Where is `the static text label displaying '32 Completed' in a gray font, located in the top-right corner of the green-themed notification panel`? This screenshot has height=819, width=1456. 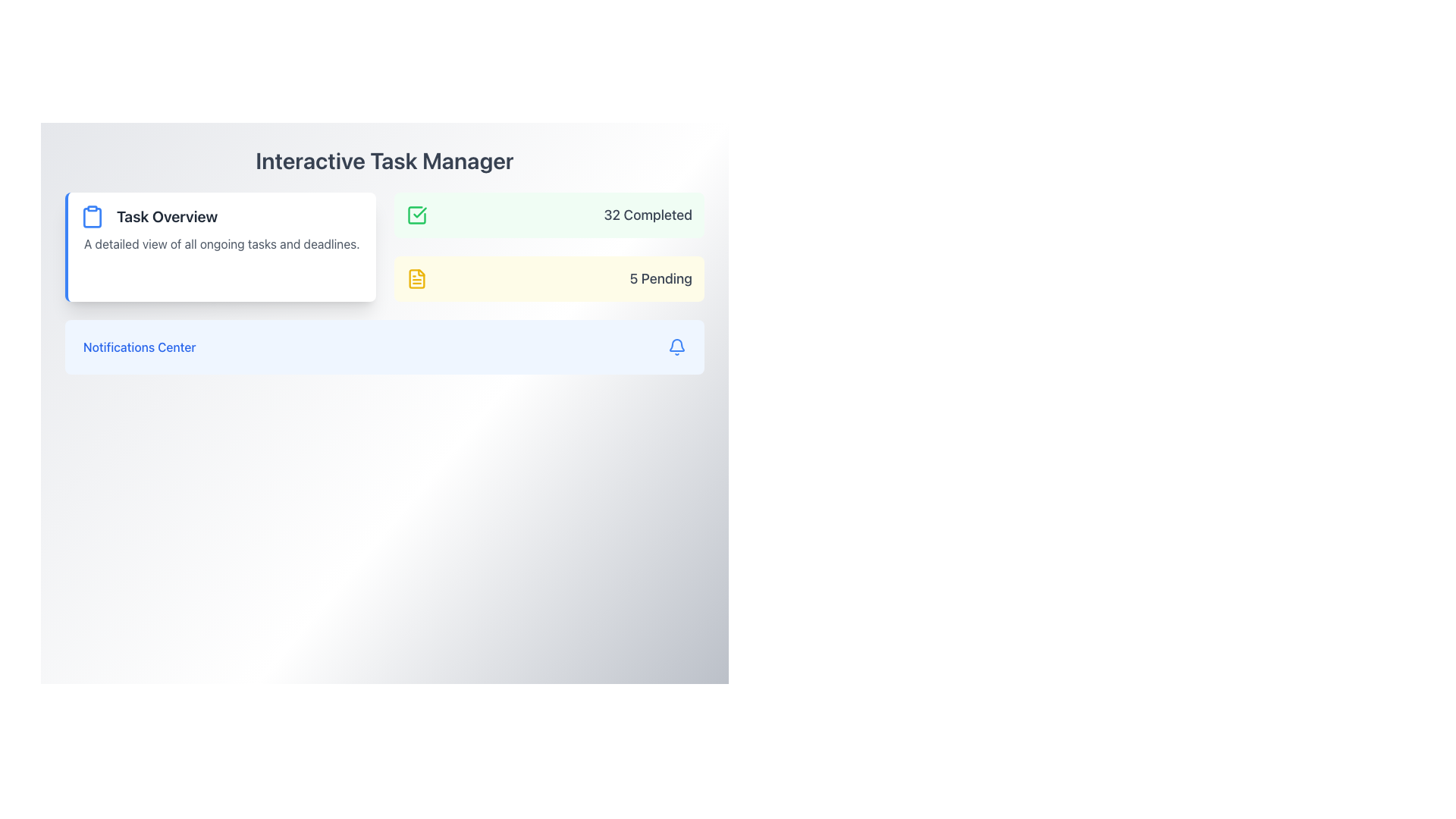
the static text label displaying '32 Completed' in a gray font, located in the top-right corner of the green-themed notification panel is located at coordinates (648, 215).